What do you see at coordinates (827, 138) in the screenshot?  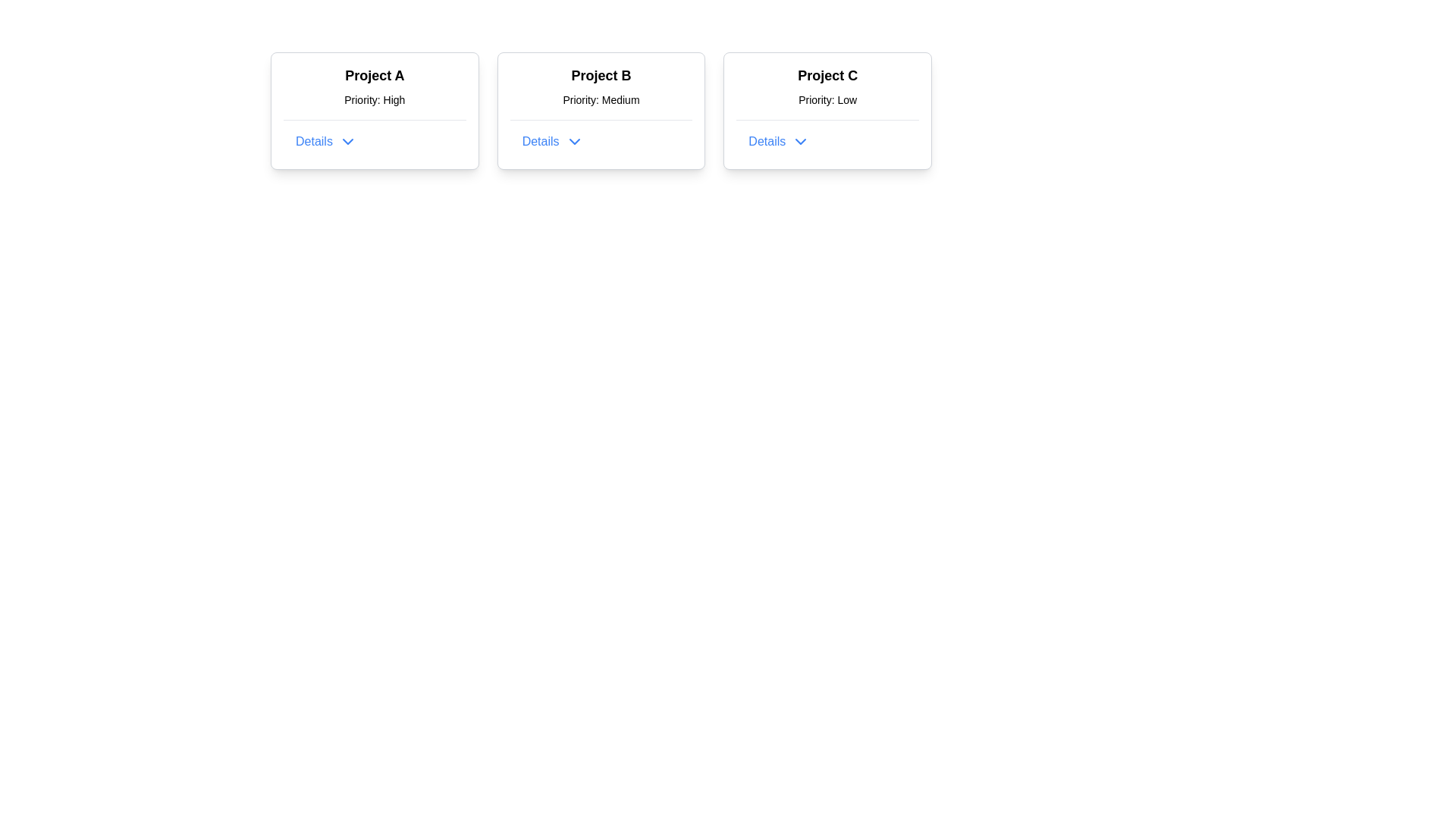 I see `the button located at the bottom of the 'Project C' card, which is labeled with the subtitle 'Priority: Low'` at bounding box center [827, 138].